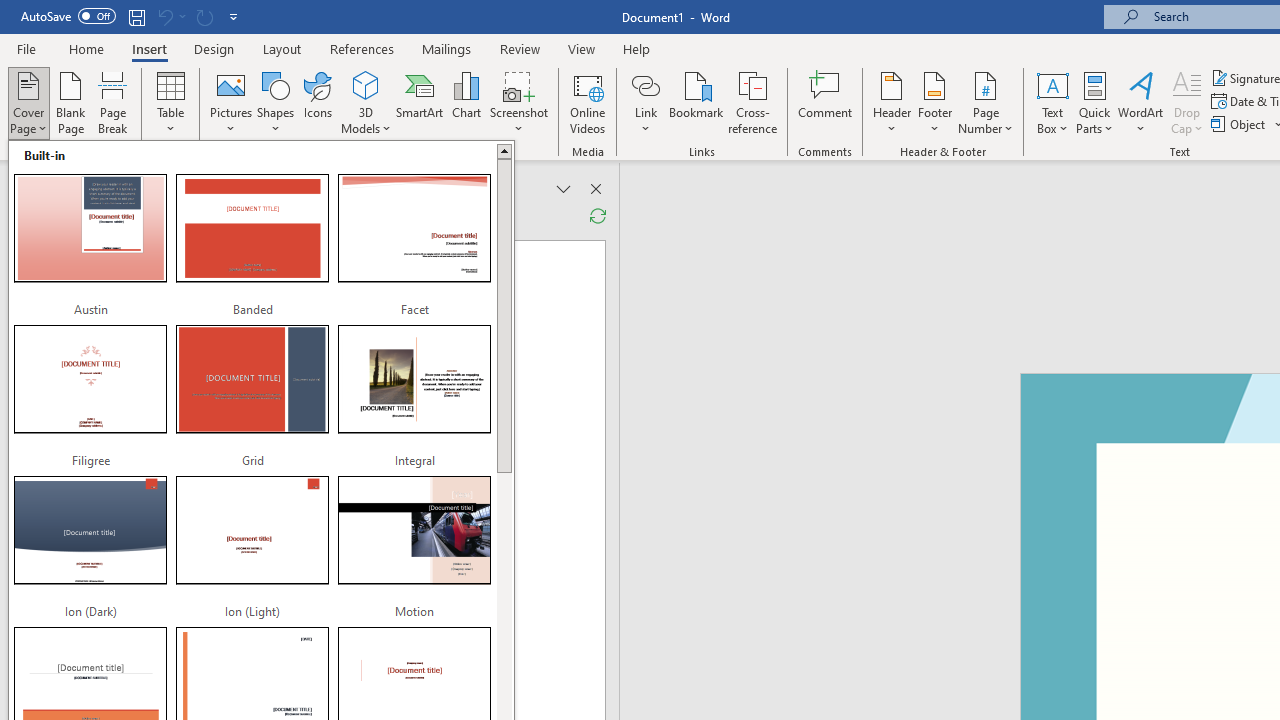 The width and height of the screenshot is (1280, 720). I want to click on 'Page Number', so click(986, 103).